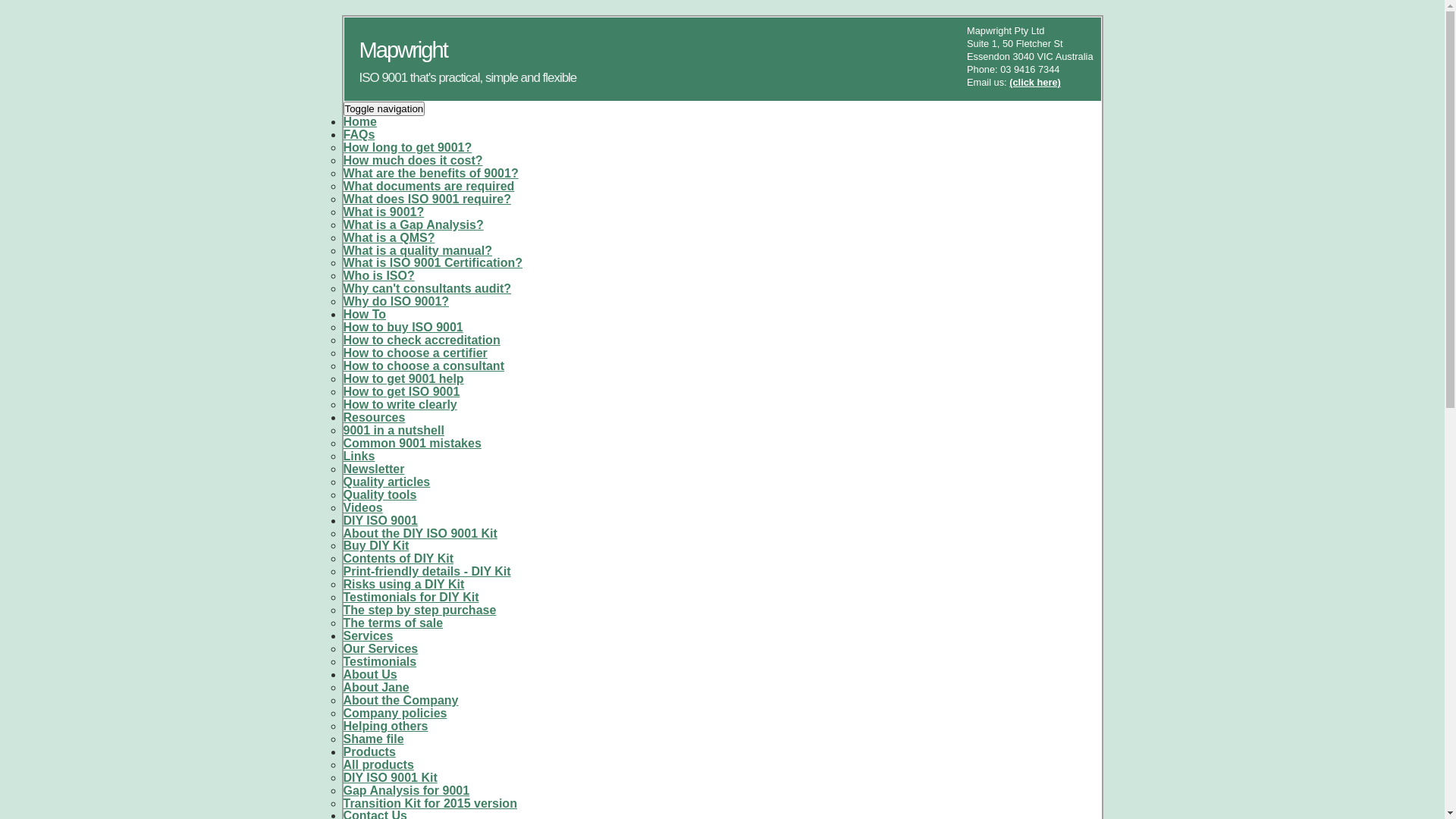  What do you see at coordinates (389, 777) in the screenshot?
I see `'DIY ISO 9001 Kit'` at bounding box center [389, 777].